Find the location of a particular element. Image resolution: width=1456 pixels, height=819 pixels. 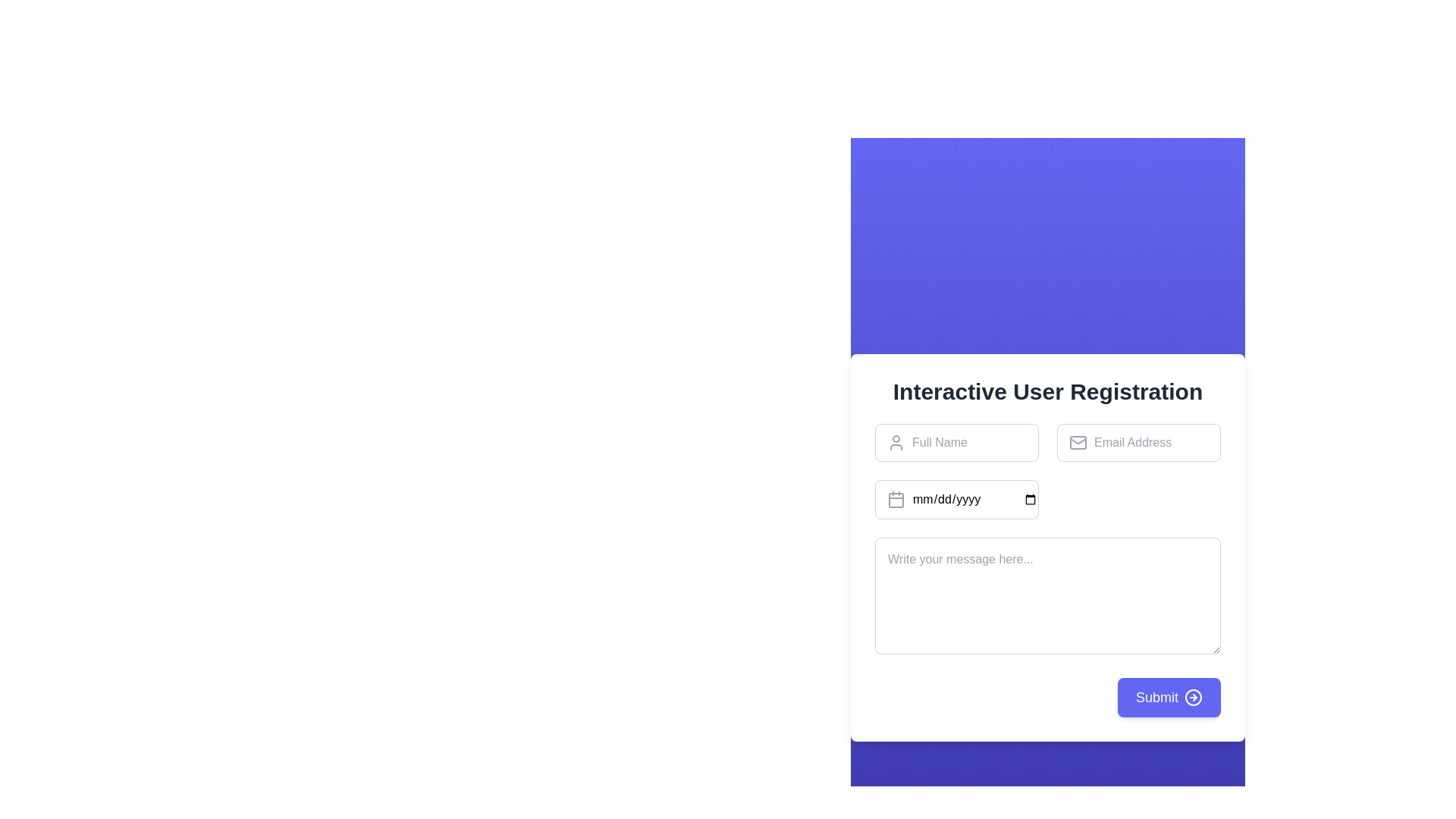

header text displaying 'Interactive User Registration', which is a large bold text centered at the top of a white form card is located at coordinates (1047, 391).